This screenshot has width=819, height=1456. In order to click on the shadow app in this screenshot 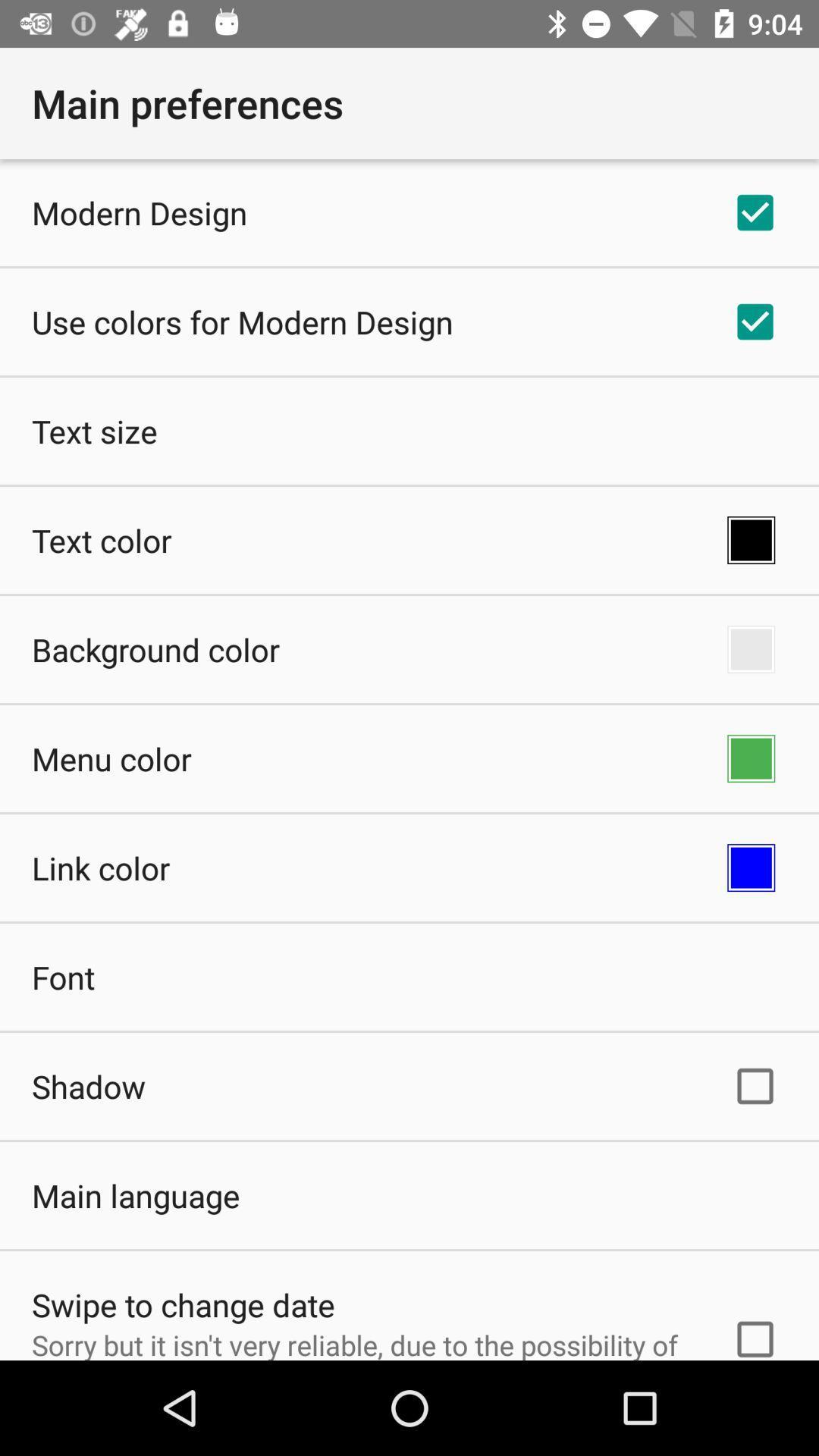, I will do `click(88, 1085)`.